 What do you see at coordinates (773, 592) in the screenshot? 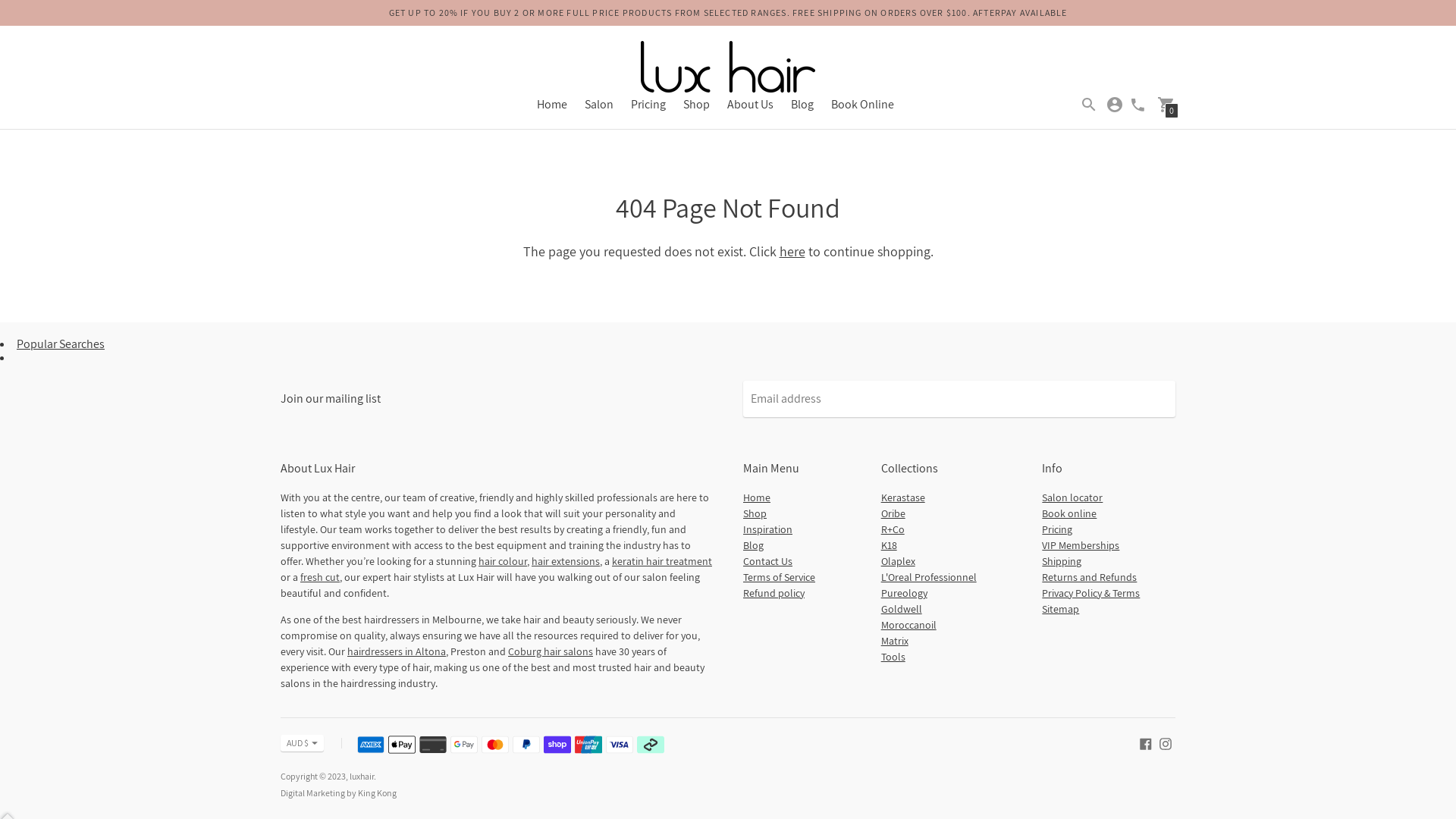
I see `'Refund policy'` at bounding box center [773, 592].